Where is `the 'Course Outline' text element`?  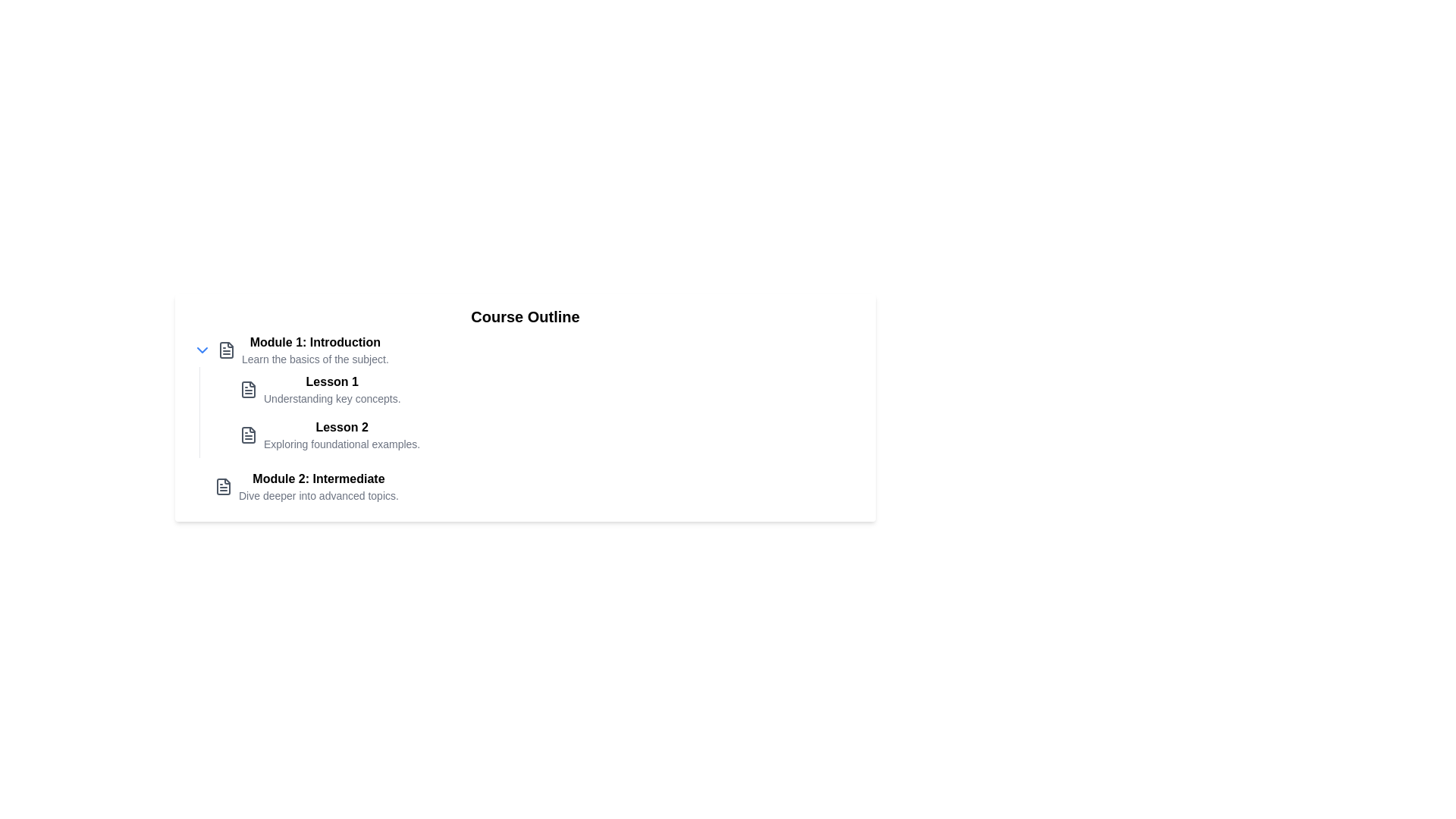
the 'Course Outline' text element is located at coordinates (525, 315).